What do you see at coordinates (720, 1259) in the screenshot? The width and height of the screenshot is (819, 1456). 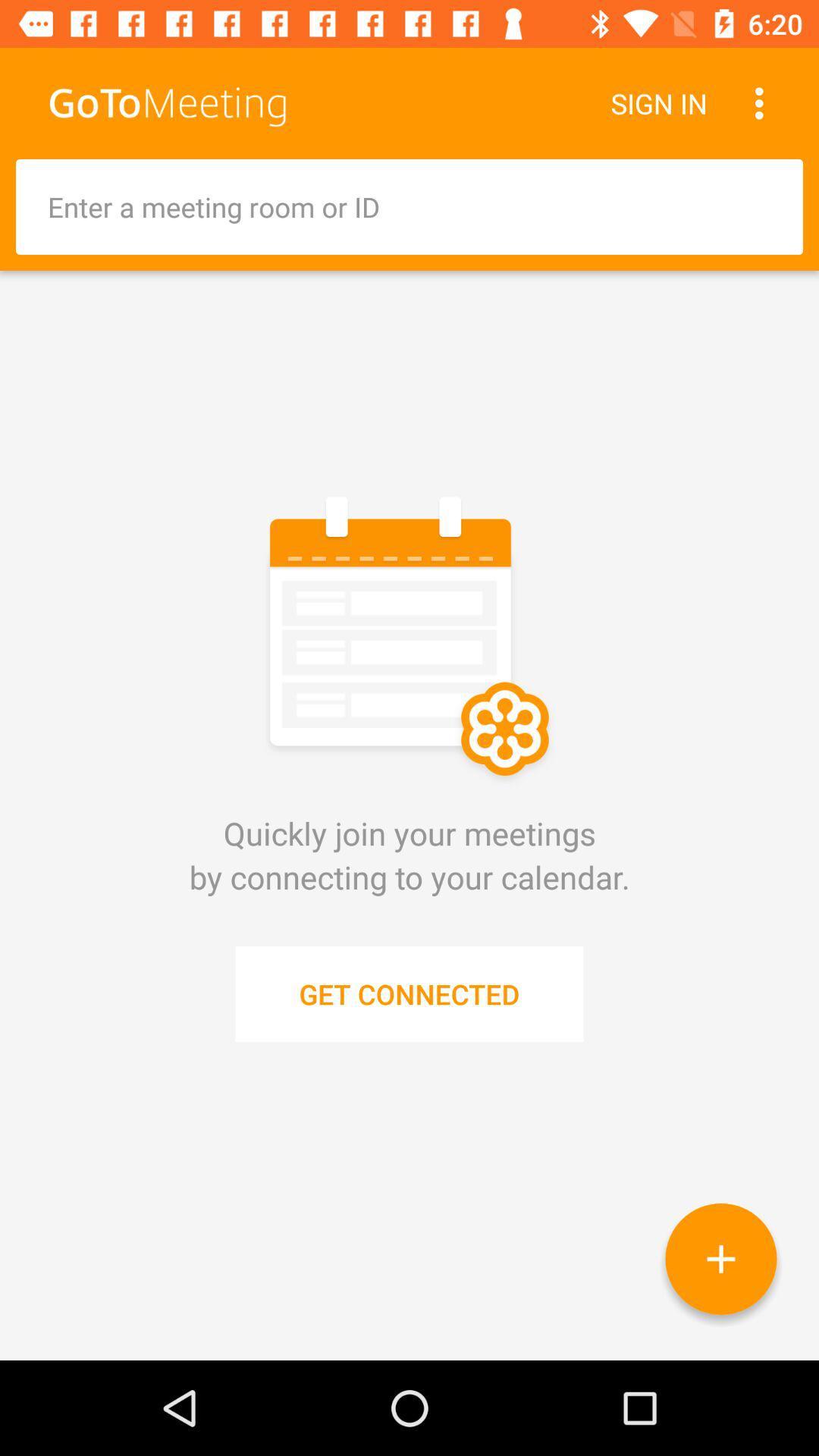 I see `the add icon` at bounding box center [720, 1259].